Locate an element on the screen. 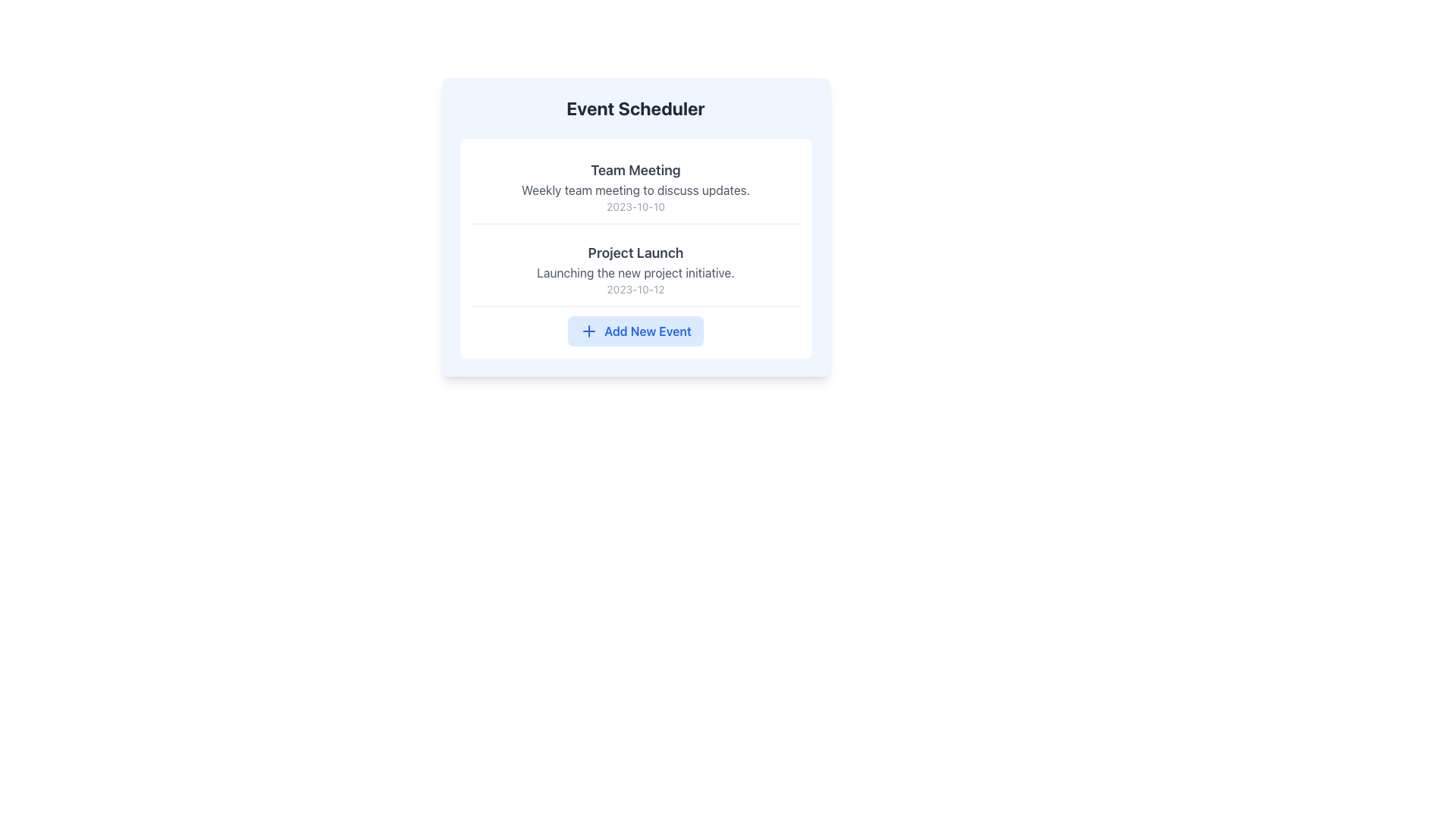  the static text that provides additional details about the 'Team Meeting', located under the title 'Team Meeting' and above the date '2023-10-10' is located at coordinates (635, 189).